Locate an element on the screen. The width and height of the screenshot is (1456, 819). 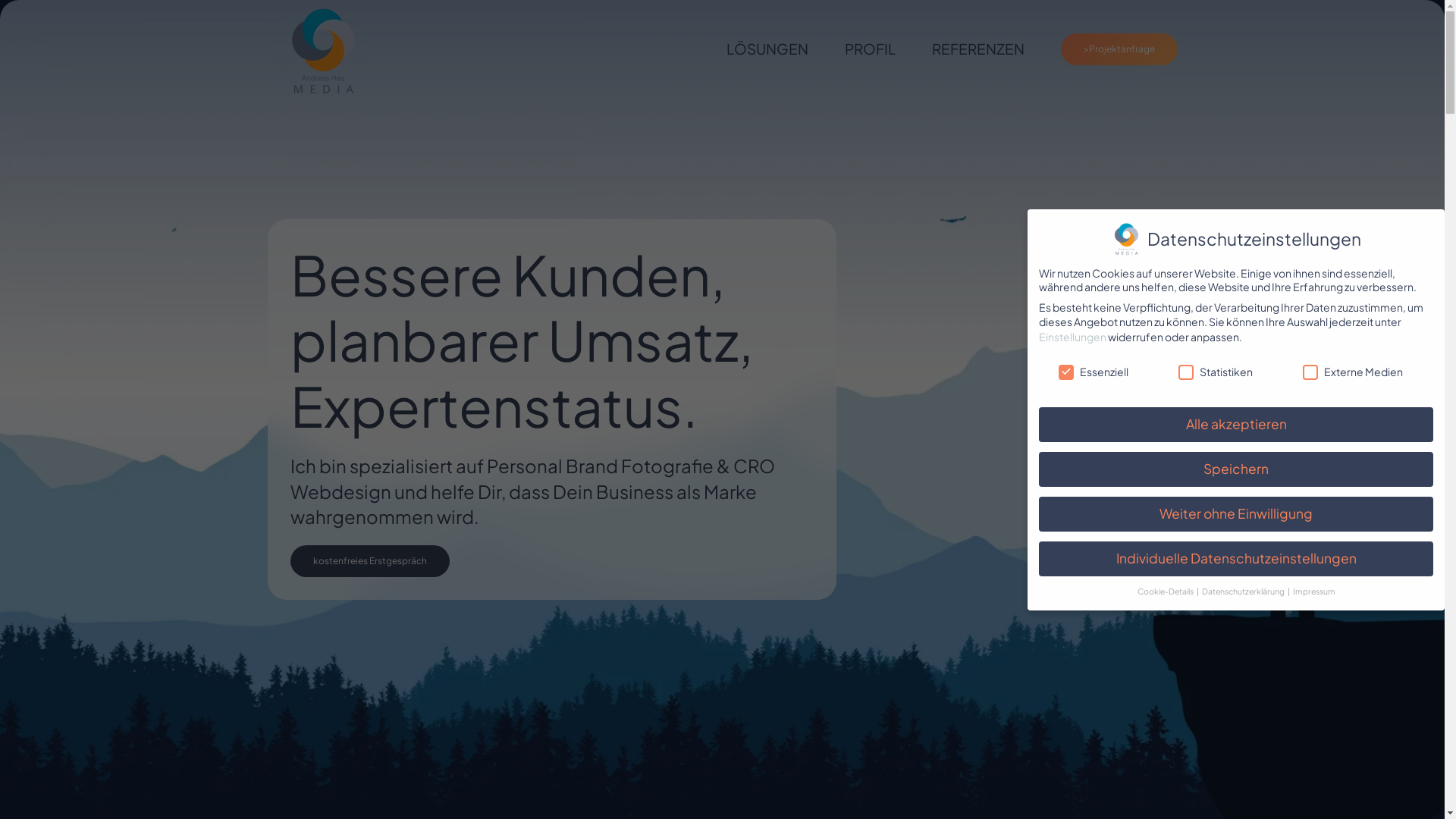
'Impressum' is located at coordinates (1313, 590).